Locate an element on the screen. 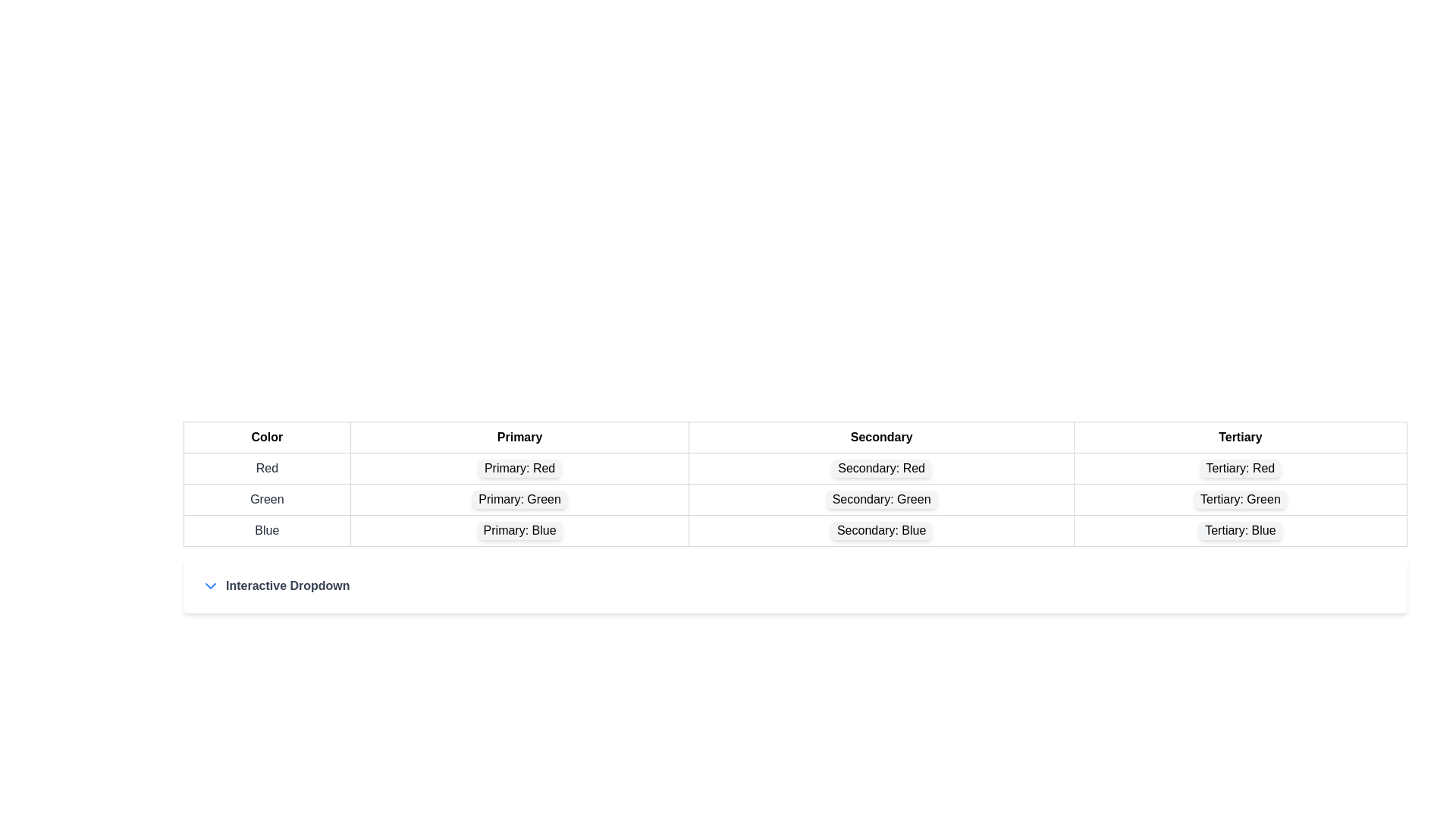  the text label displaying the primary color associated with the 'Red' category in the table, located in the 'Primary' column and aligned with the 'Red' row is located at coordinates (519, 467).